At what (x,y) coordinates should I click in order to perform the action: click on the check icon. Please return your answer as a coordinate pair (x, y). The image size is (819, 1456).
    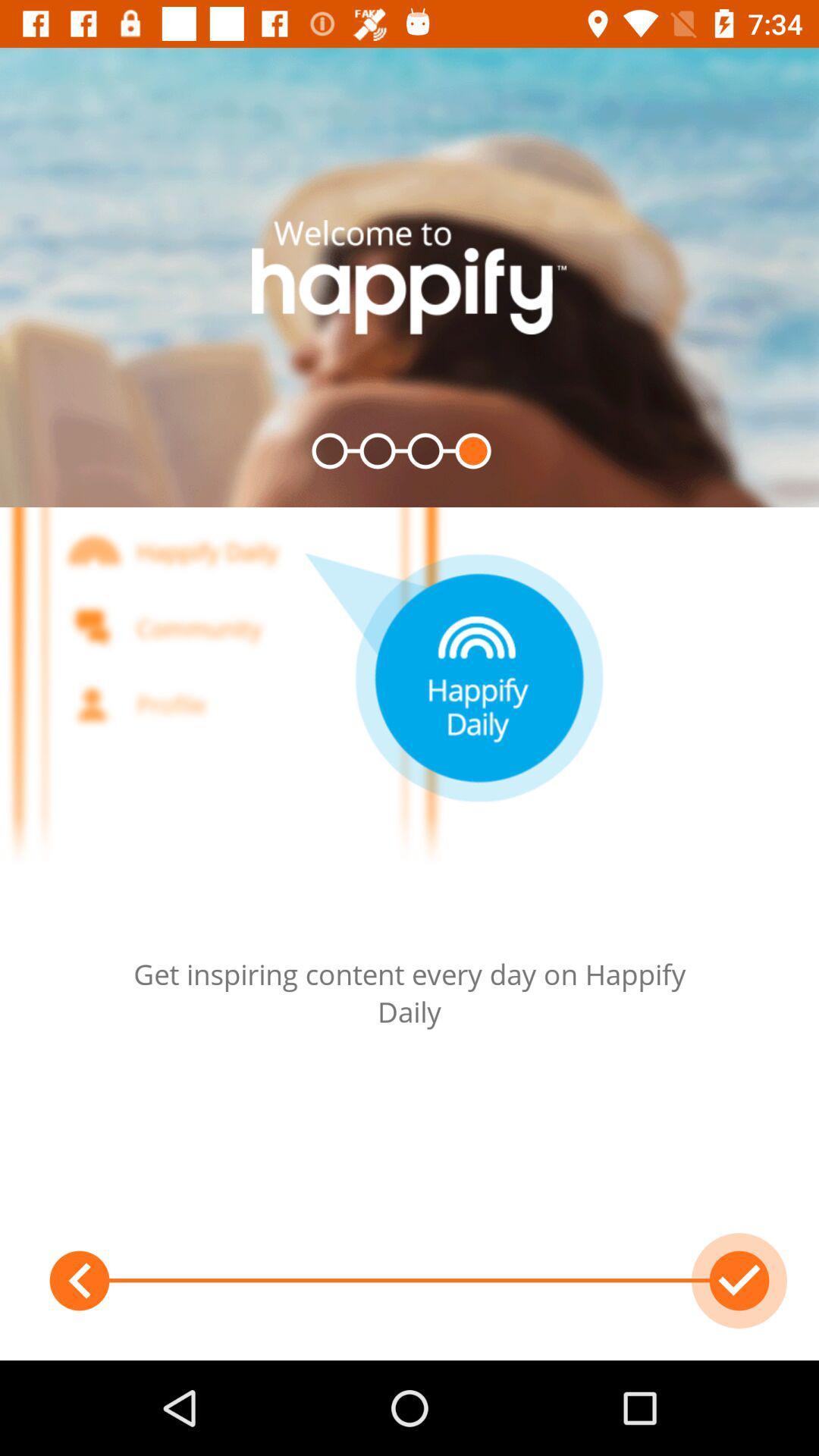
    Looking at the image, I should click on (739, 1280).